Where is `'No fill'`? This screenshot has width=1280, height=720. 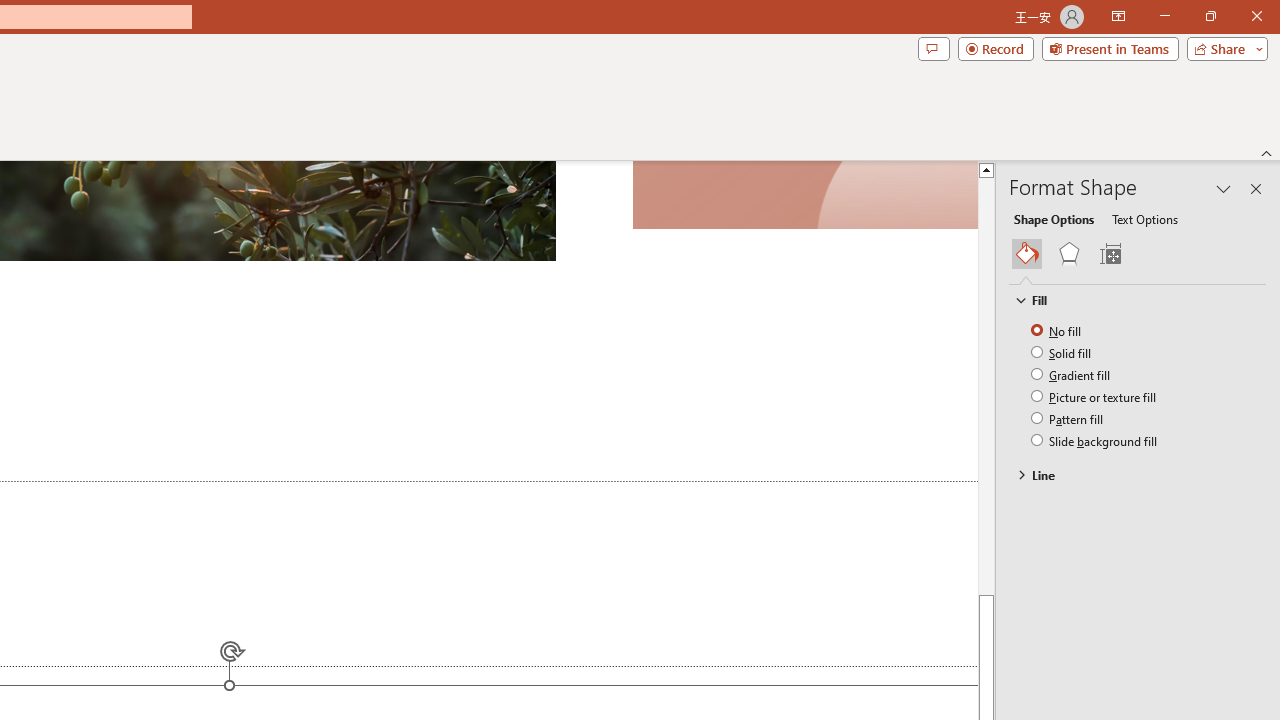
'No fill' is located at coordinates (1056, 329).